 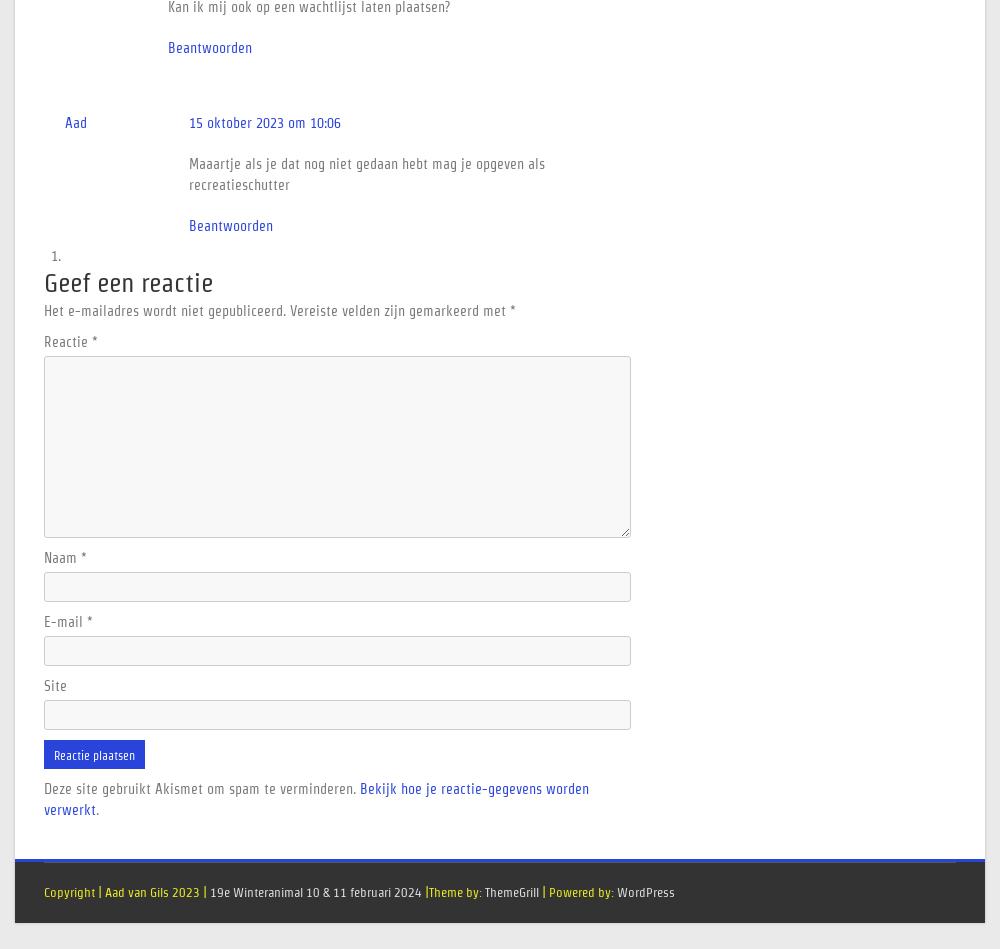 What do you see at coordinates (55, 686) in the screenshot?
I see `'Site'` at bounding box center [55, 686].